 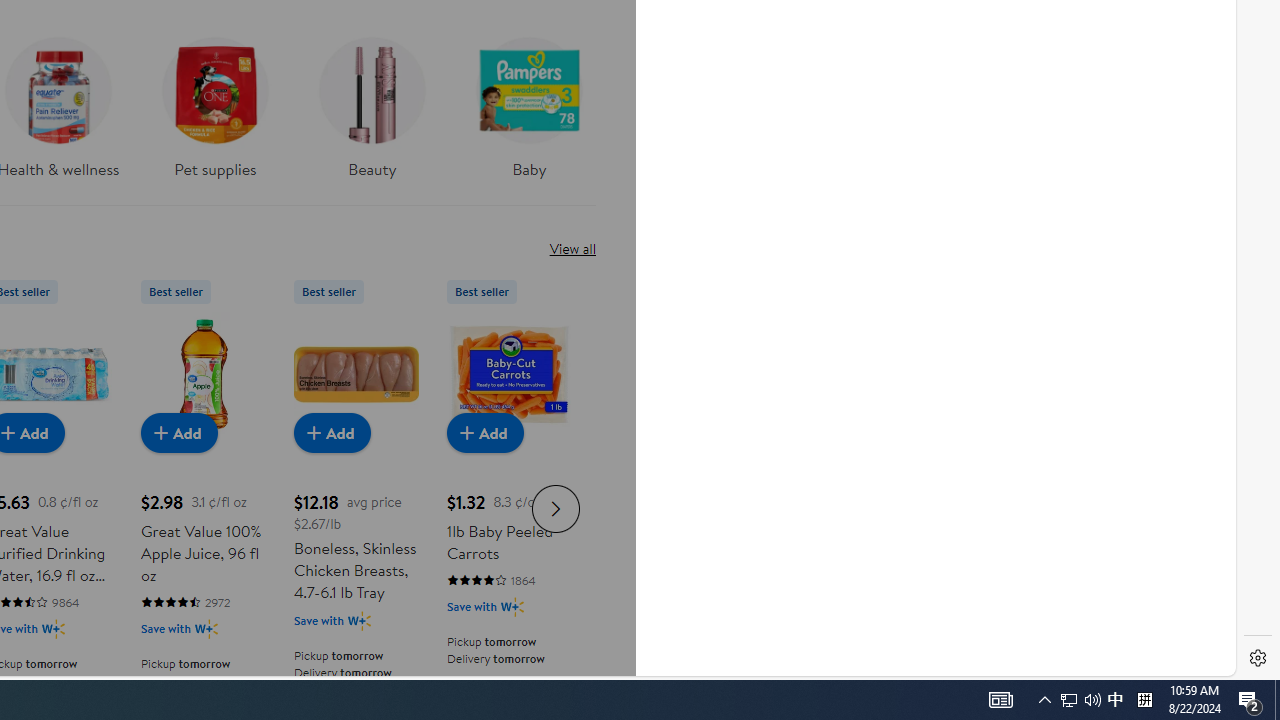 What do you see at coordinates (556, 507) in the screenshot?
I see `'Next slide for Product Carousel list'` at bounding box center [556, 507].